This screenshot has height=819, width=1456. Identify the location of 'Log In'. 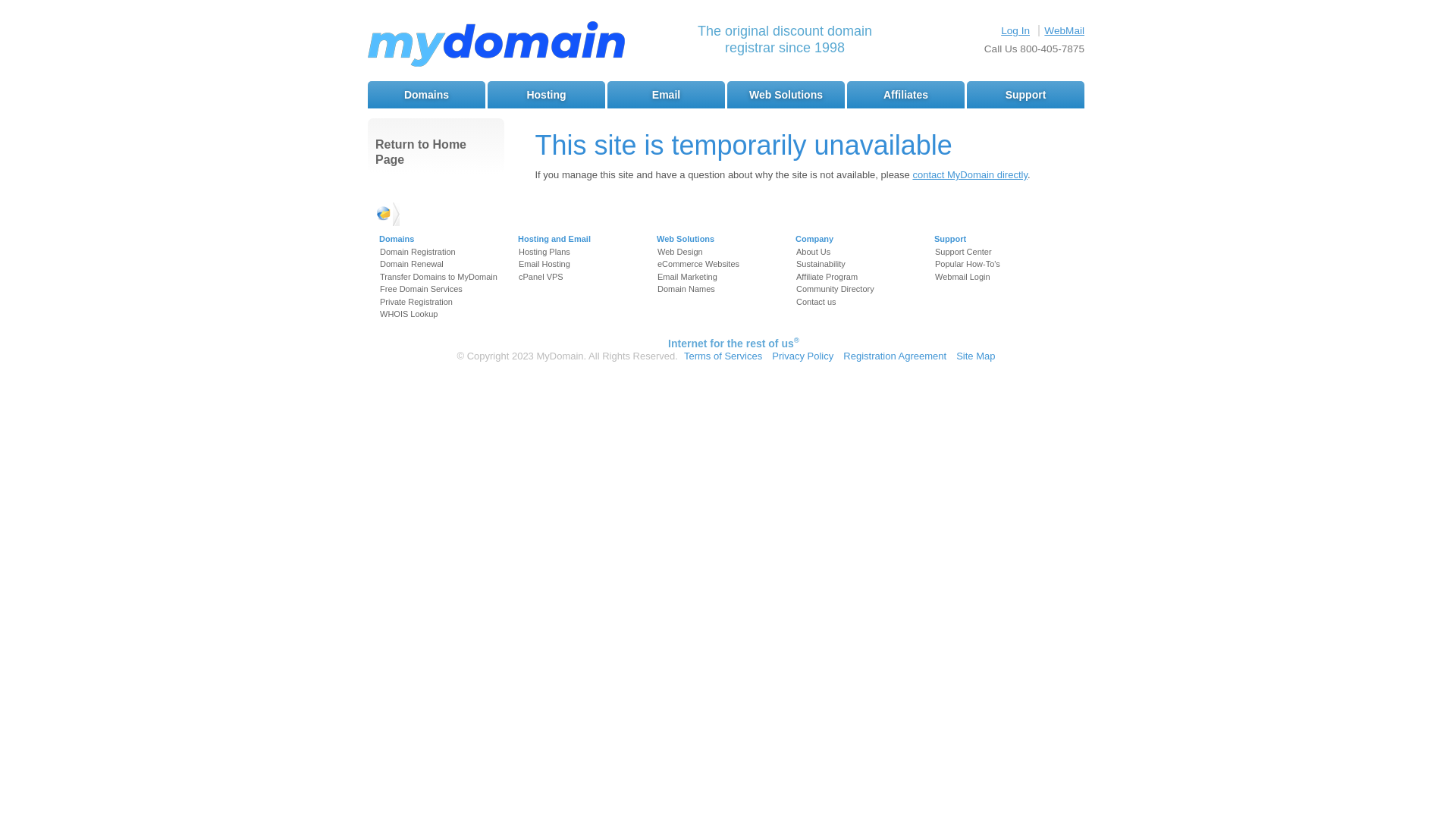
(1015, 30).